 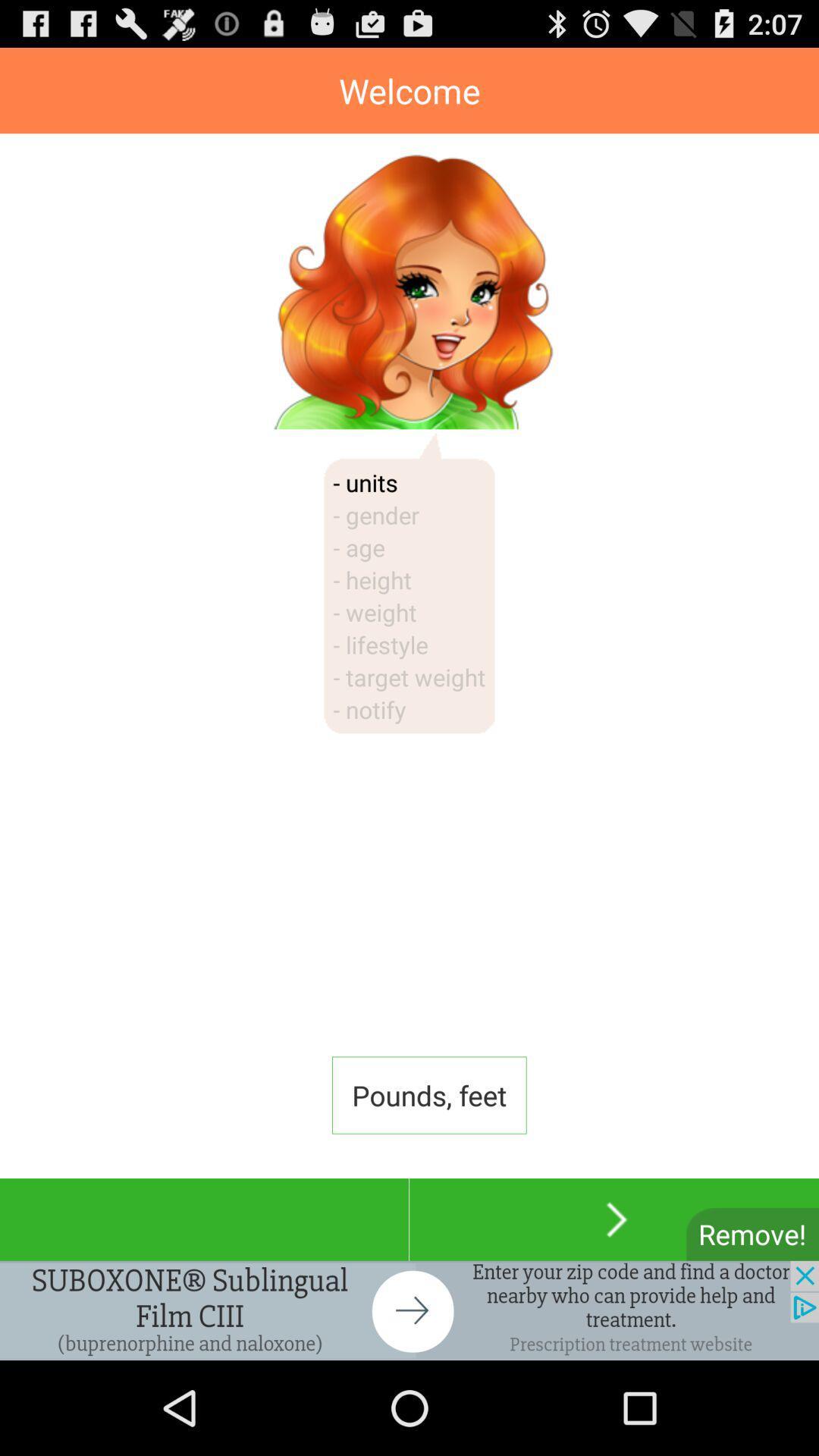 What do you see at coordinates (614, 1219) in the screenshot?
I see `next` at bounding box center [614, 1219].